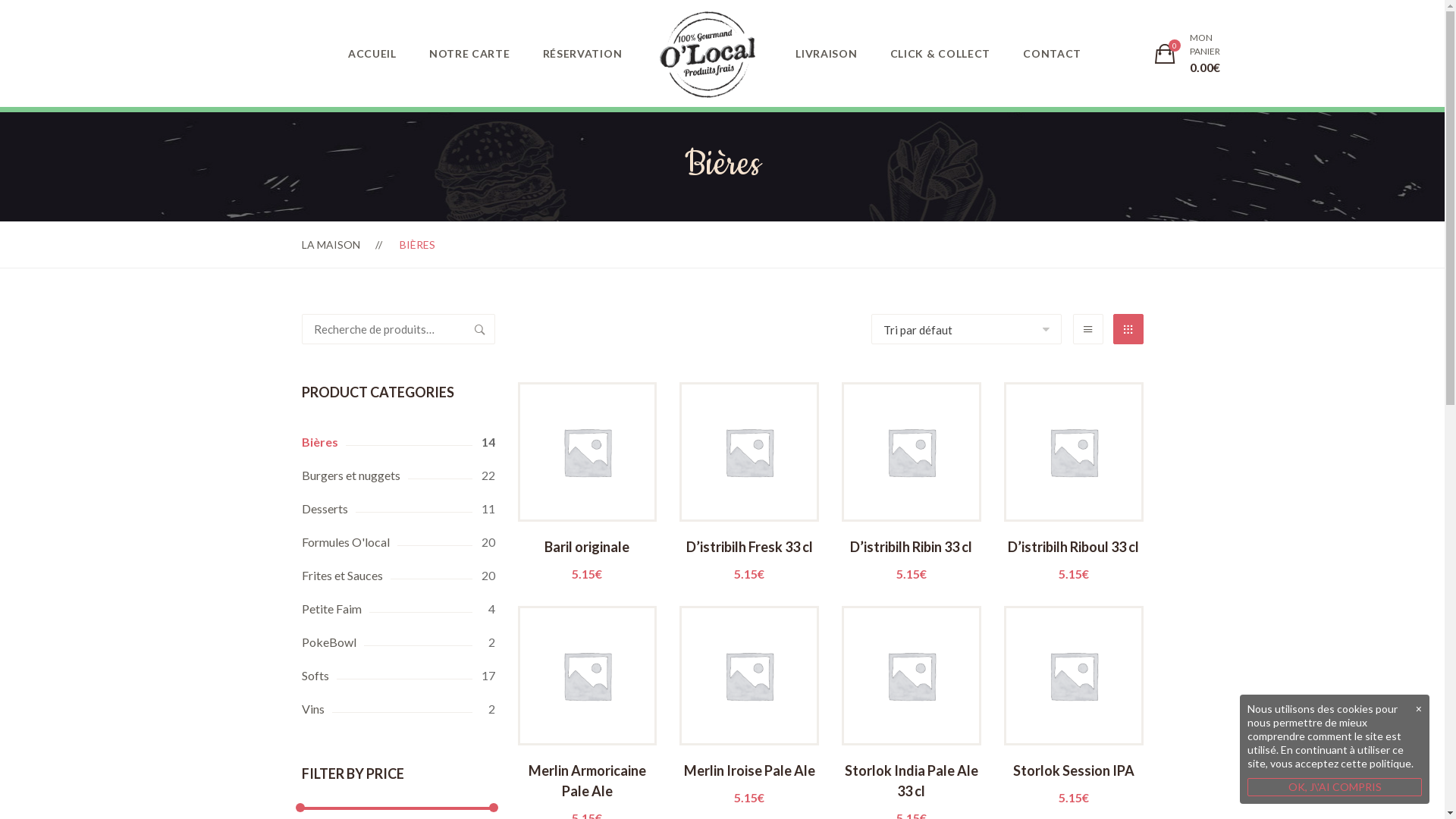 This screenshot has width=1456, height=819. I want to click on 'Formules O'local', so click(398, 541).